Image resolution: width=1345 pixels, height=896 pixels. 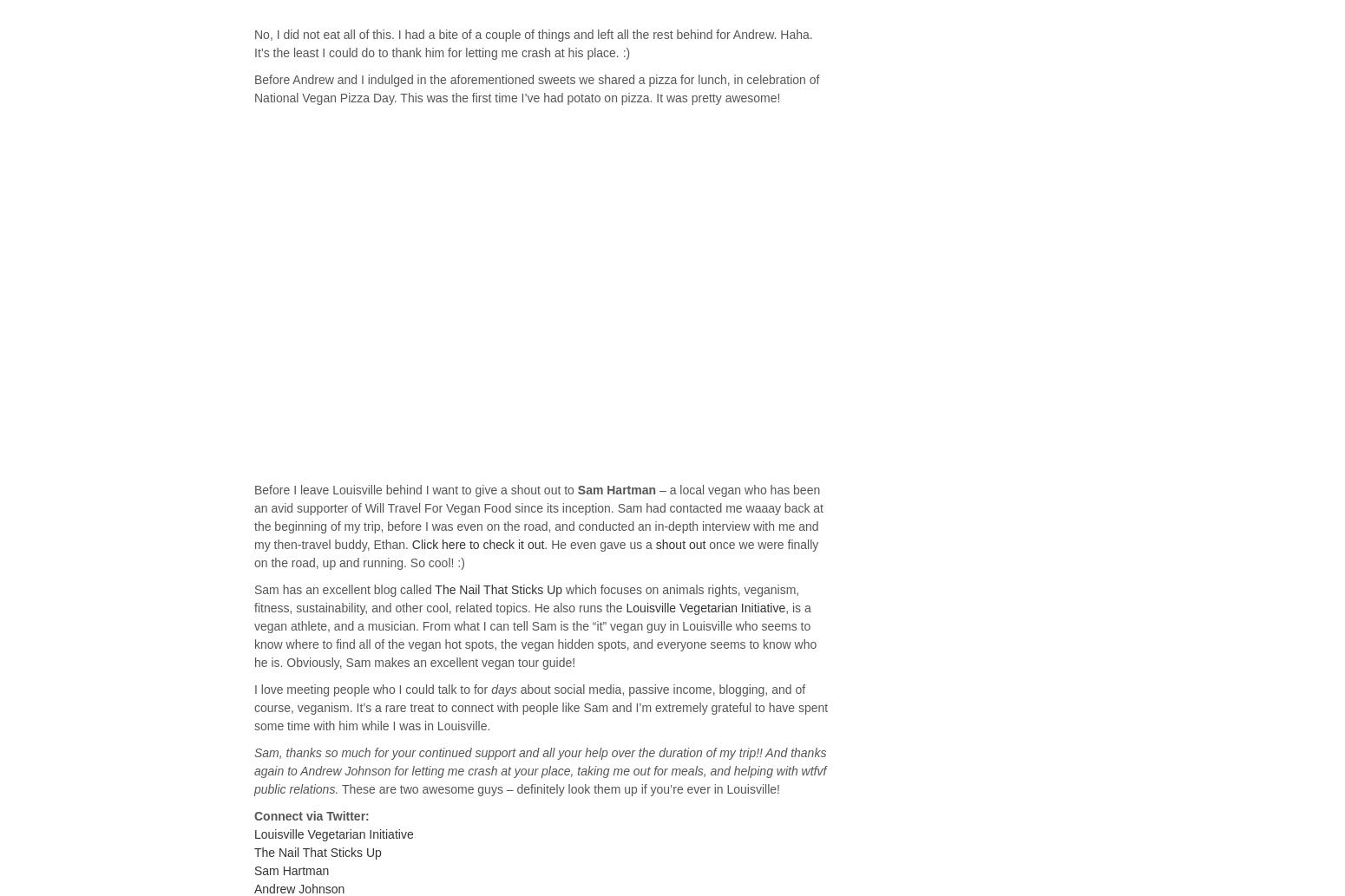 What do you see at coordinates (538, 516) in the screenshot?
I see `'– a local vegan who has been an avid supporter of Will Travel For Vegan Food since its inception. Sam had contacted me waaay back at the beginning of my trip, before I was even on the road, and conducted an in-depth interview with me and my then-travel buddy, Ethan.'` at bounding box center [538, 516].